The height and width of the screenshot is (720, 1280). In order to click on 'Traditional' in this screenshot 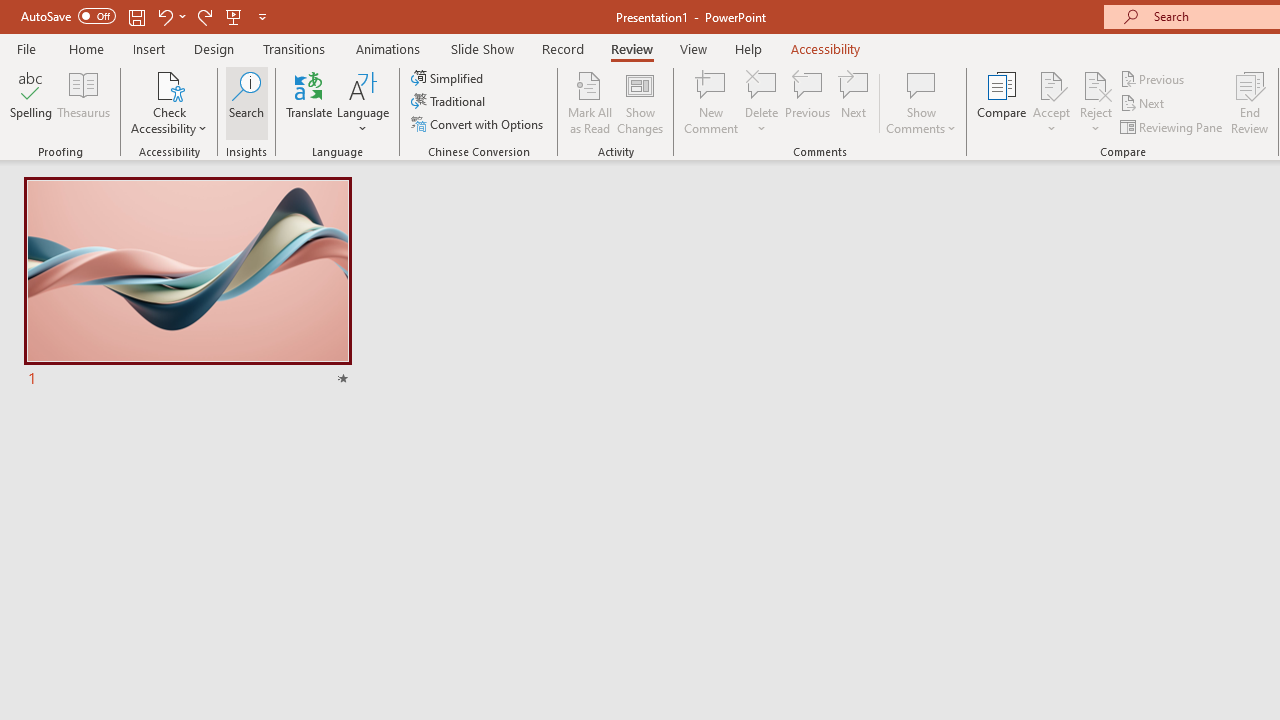, I will do `click(448, 101)`.